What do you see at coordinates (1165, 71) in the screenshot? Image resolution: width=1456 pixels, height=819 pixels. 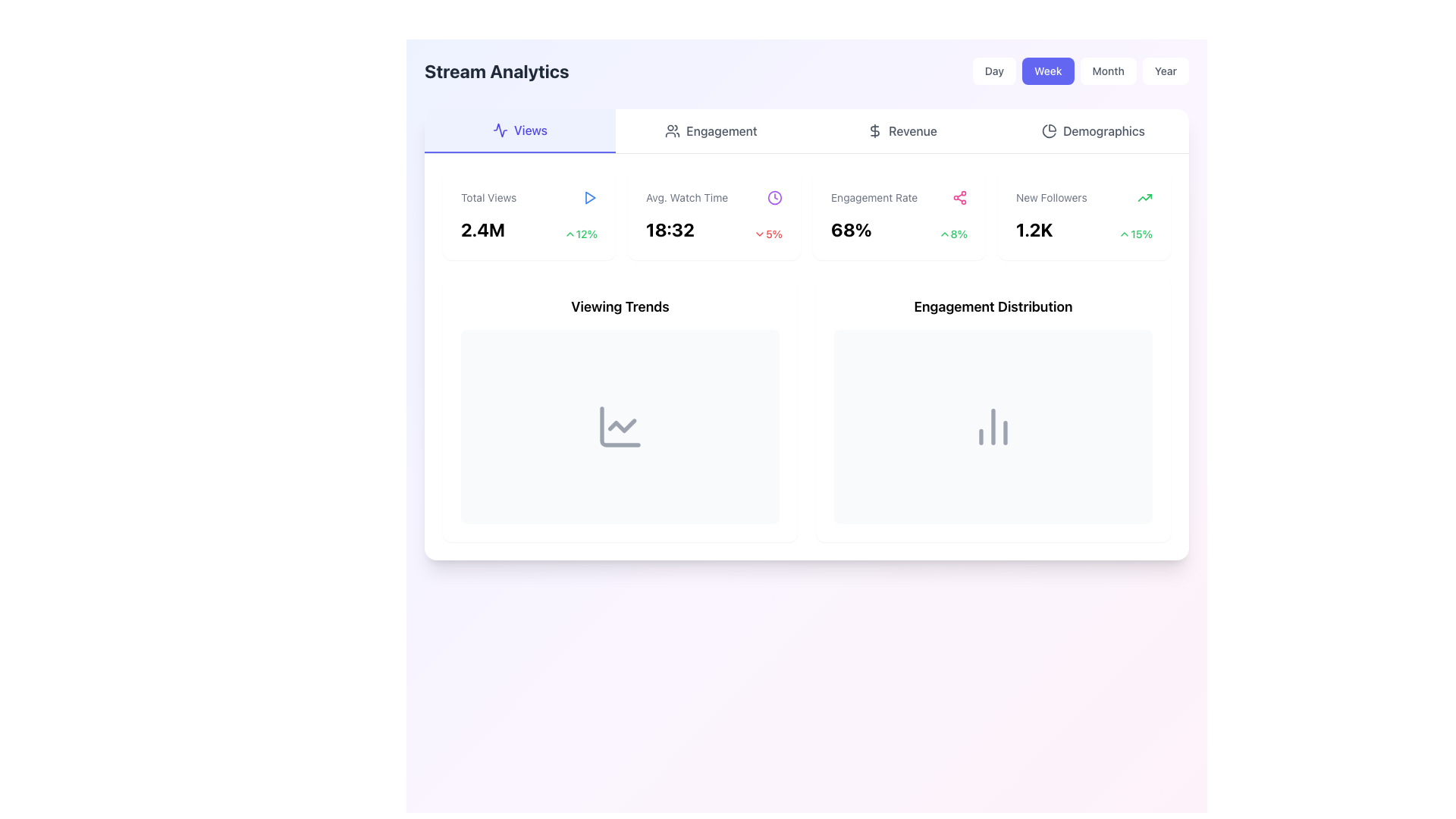 I see `the fourth button in the group` at bounding box center [1165, 71].